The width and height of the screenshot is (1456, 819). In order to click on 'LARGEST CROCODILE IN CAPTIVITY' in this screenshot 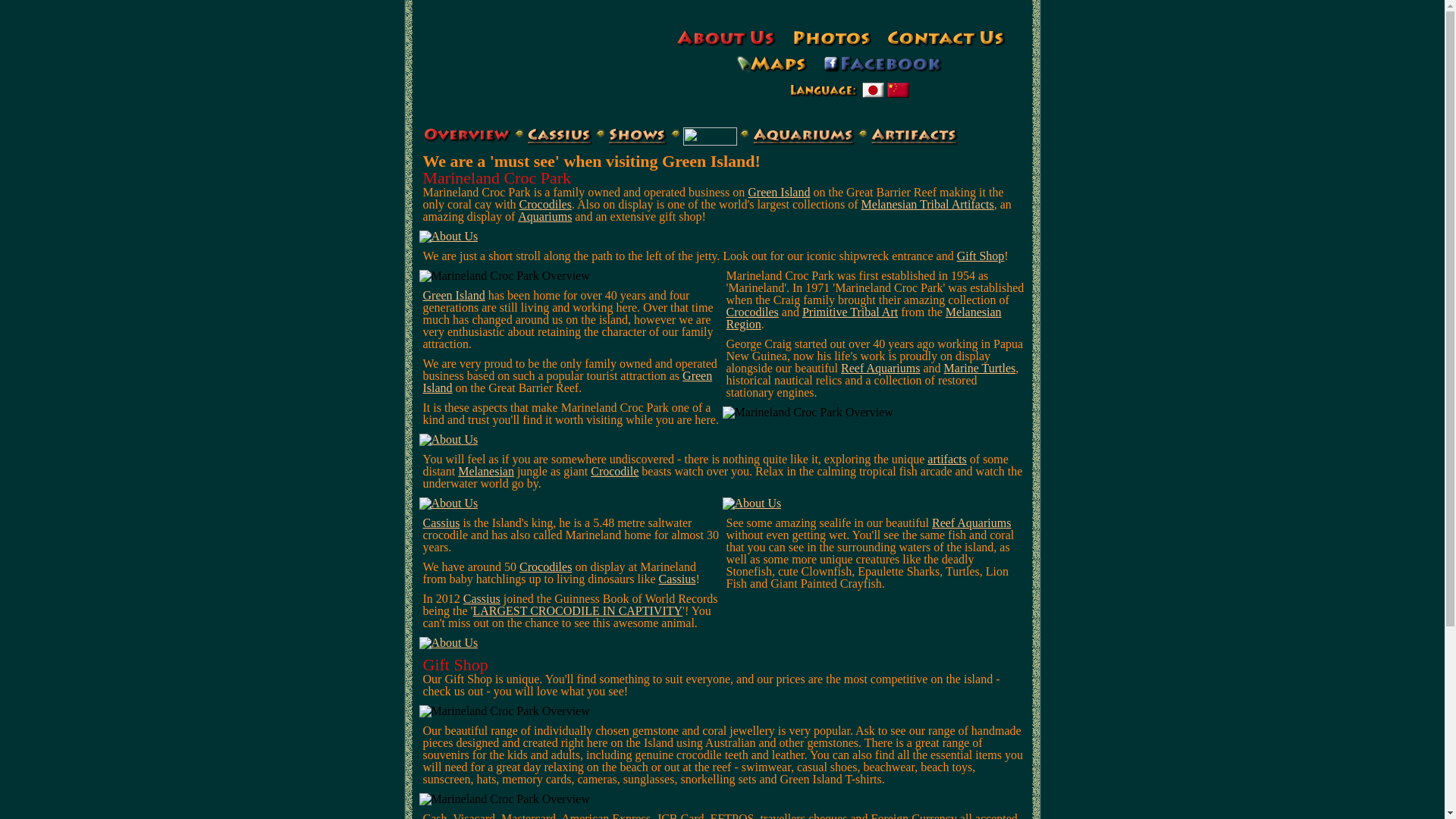, I will do `click(576, 610)`.